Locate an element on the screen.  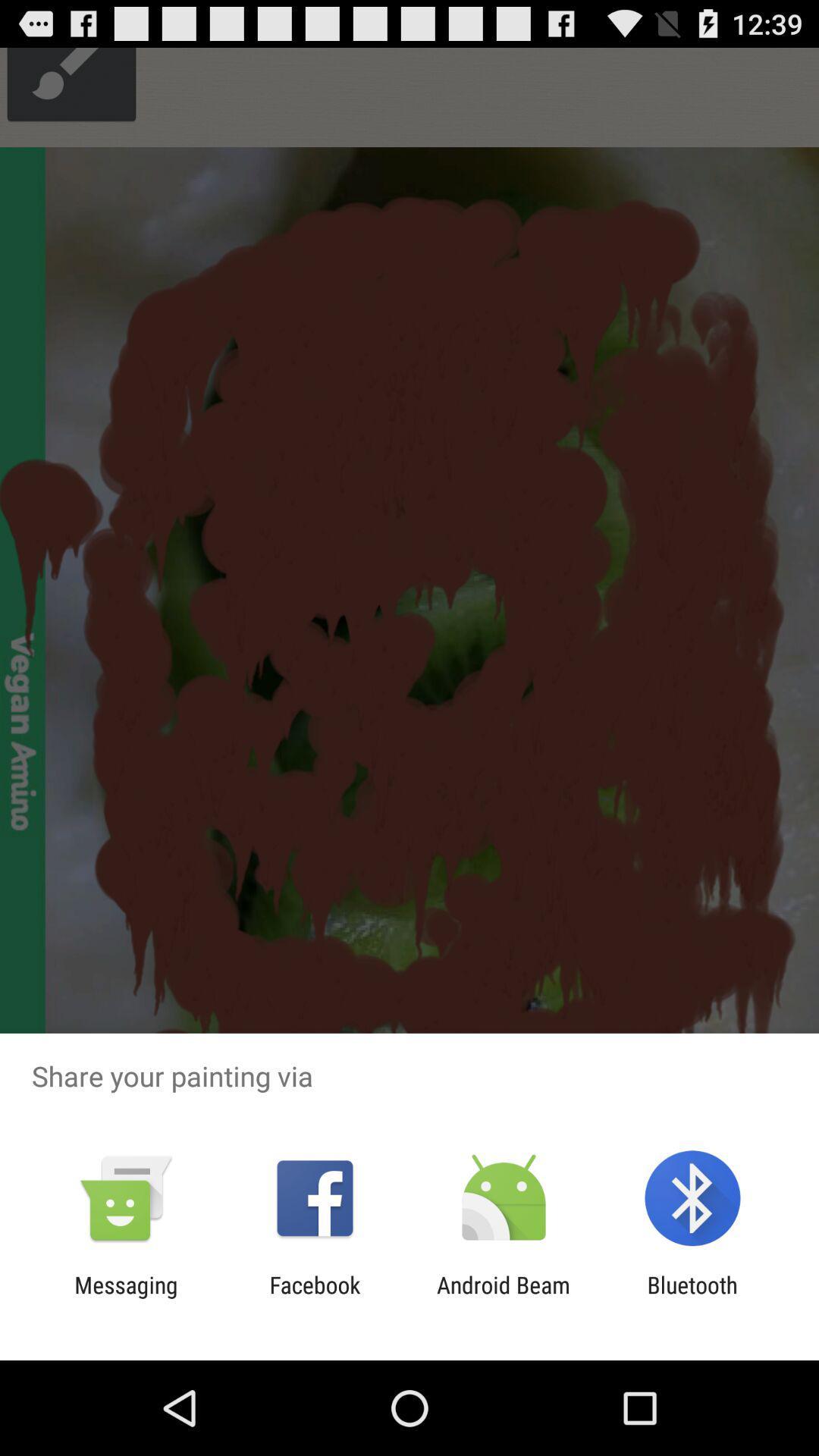
the icon to the left of the android beam is located at coordinates (314, 1298).